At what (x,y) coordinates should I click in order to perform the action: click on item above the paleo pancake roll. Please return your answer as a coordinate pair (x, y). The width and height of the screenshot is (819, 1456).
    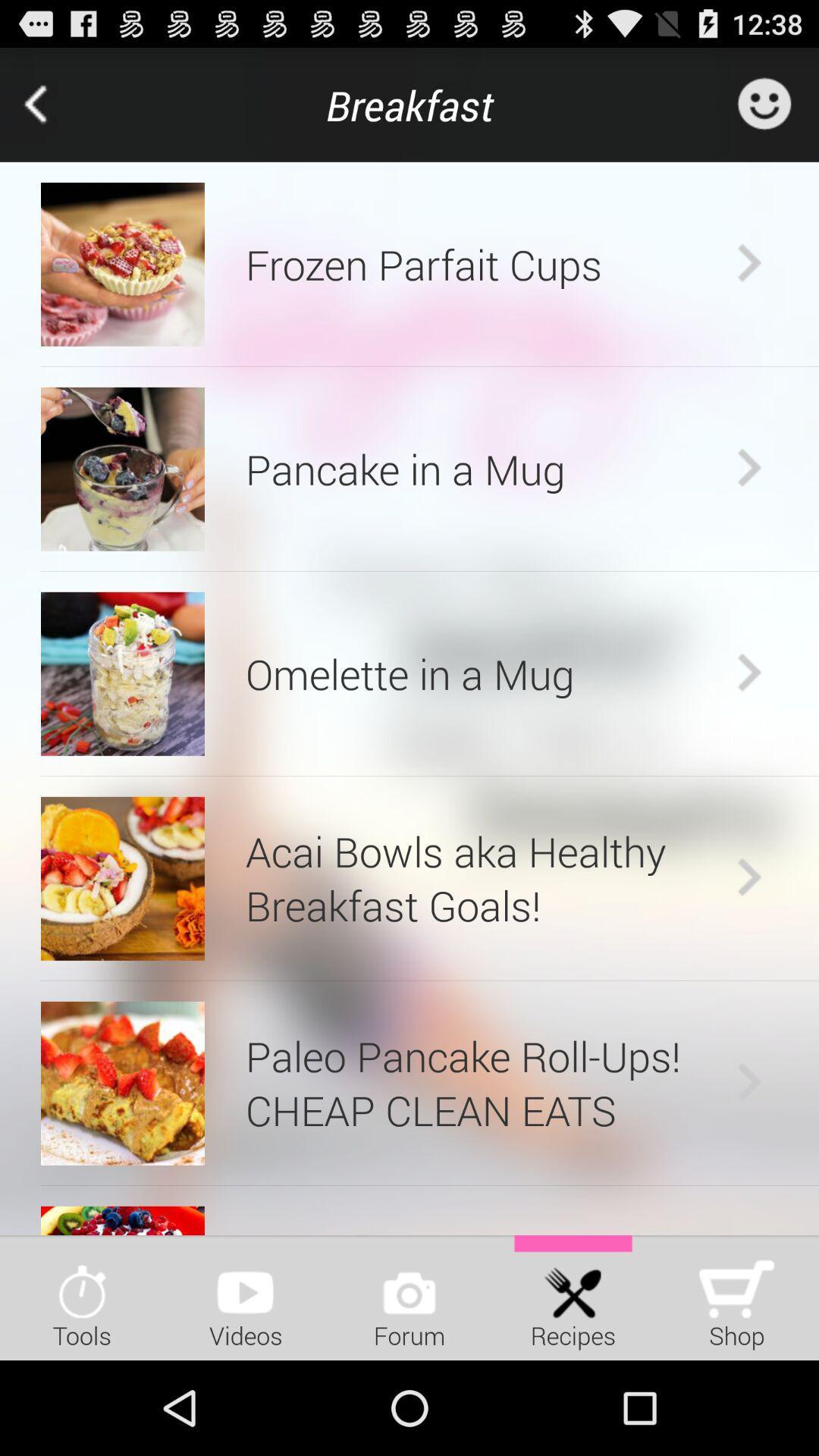
    Looking at the image, I should click on (430, 981).